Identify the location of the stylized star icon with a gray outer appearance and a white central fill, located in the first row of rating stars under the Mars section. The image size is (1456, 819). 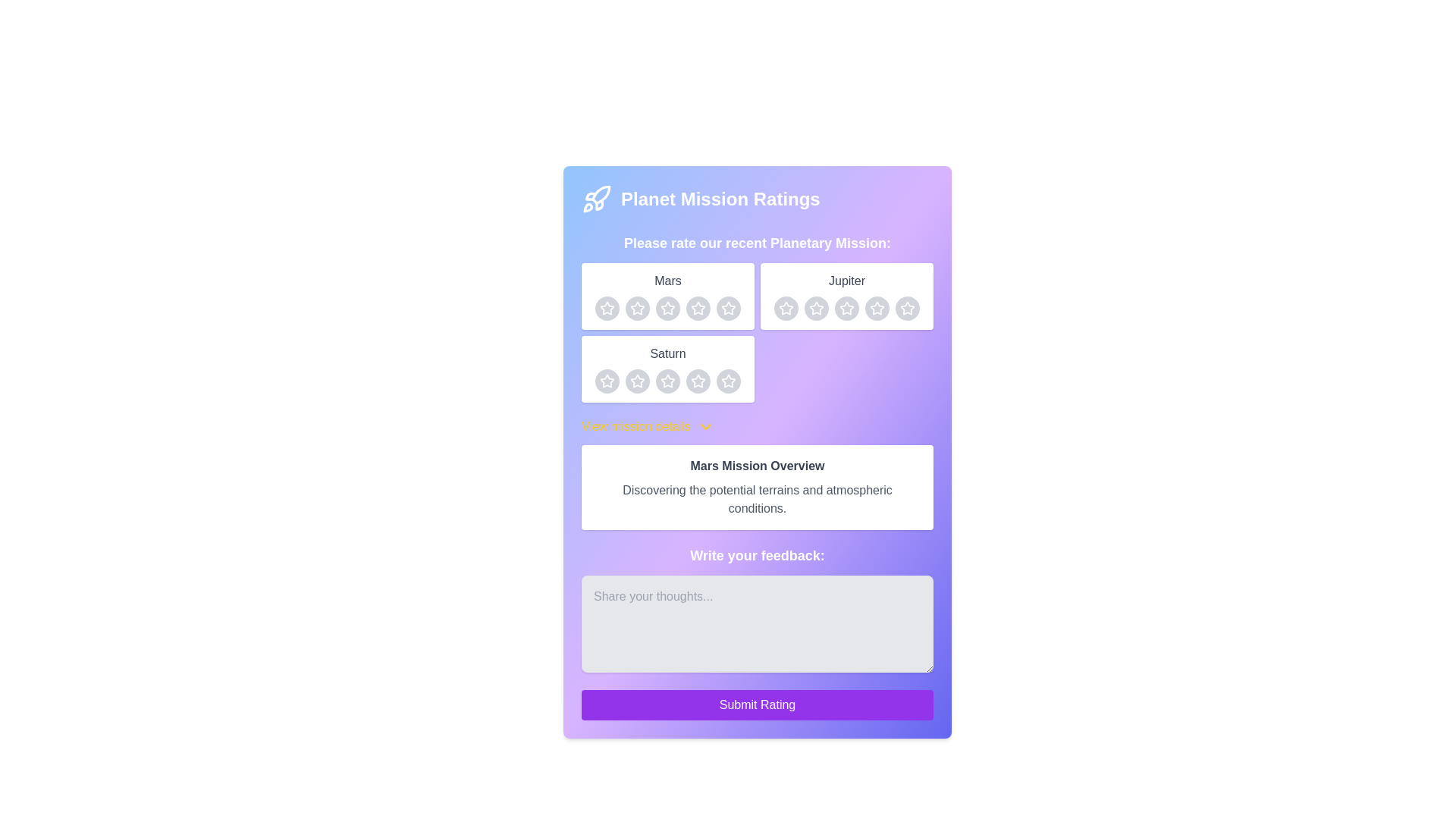
(667, 308).